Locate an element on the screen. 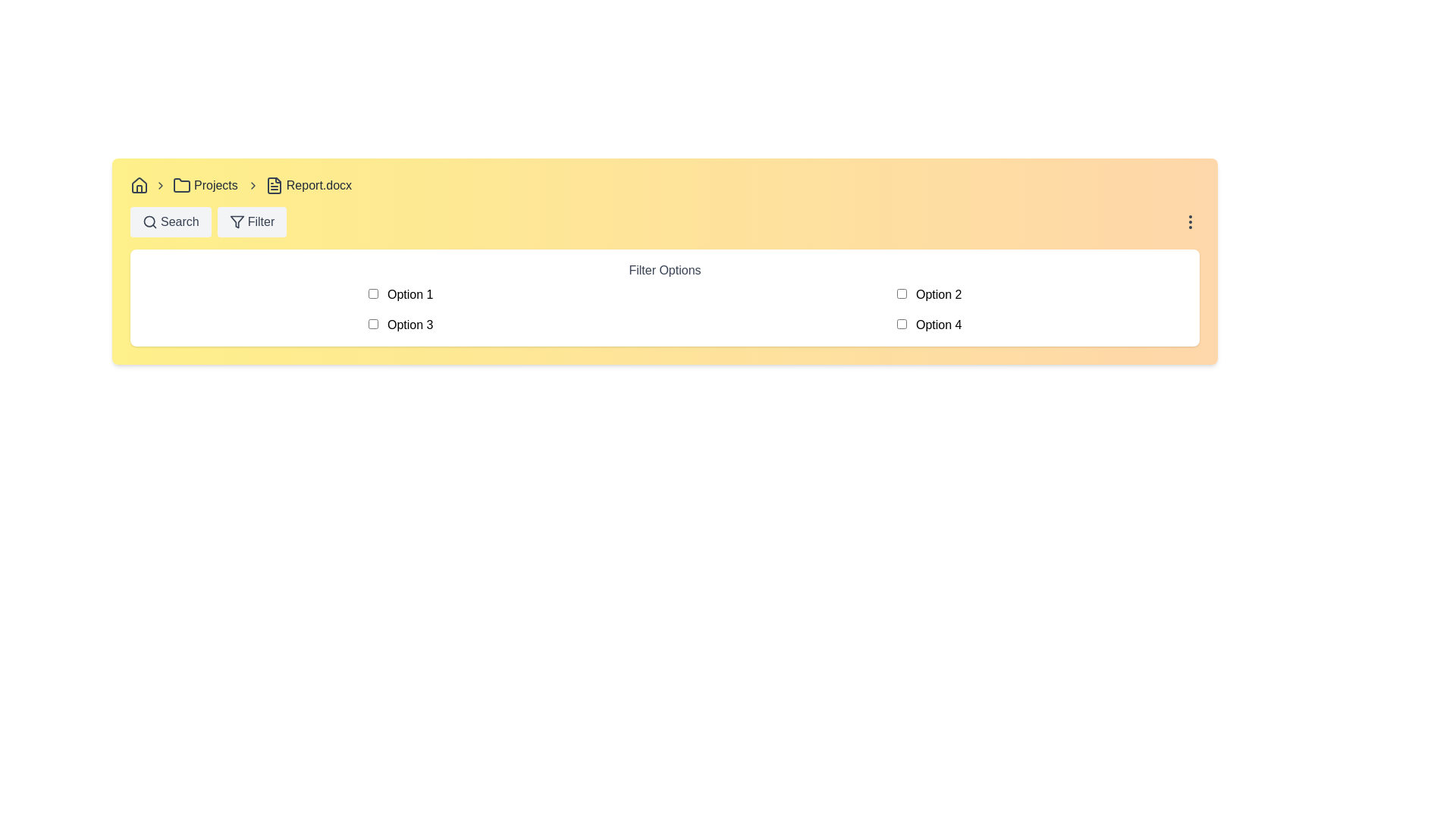 The height and width of the screenshot is (819, 1456). the checkbox located to the left of the text label 'Option 2' in the 'Filter Options' section is located at coordinates (902, 293).